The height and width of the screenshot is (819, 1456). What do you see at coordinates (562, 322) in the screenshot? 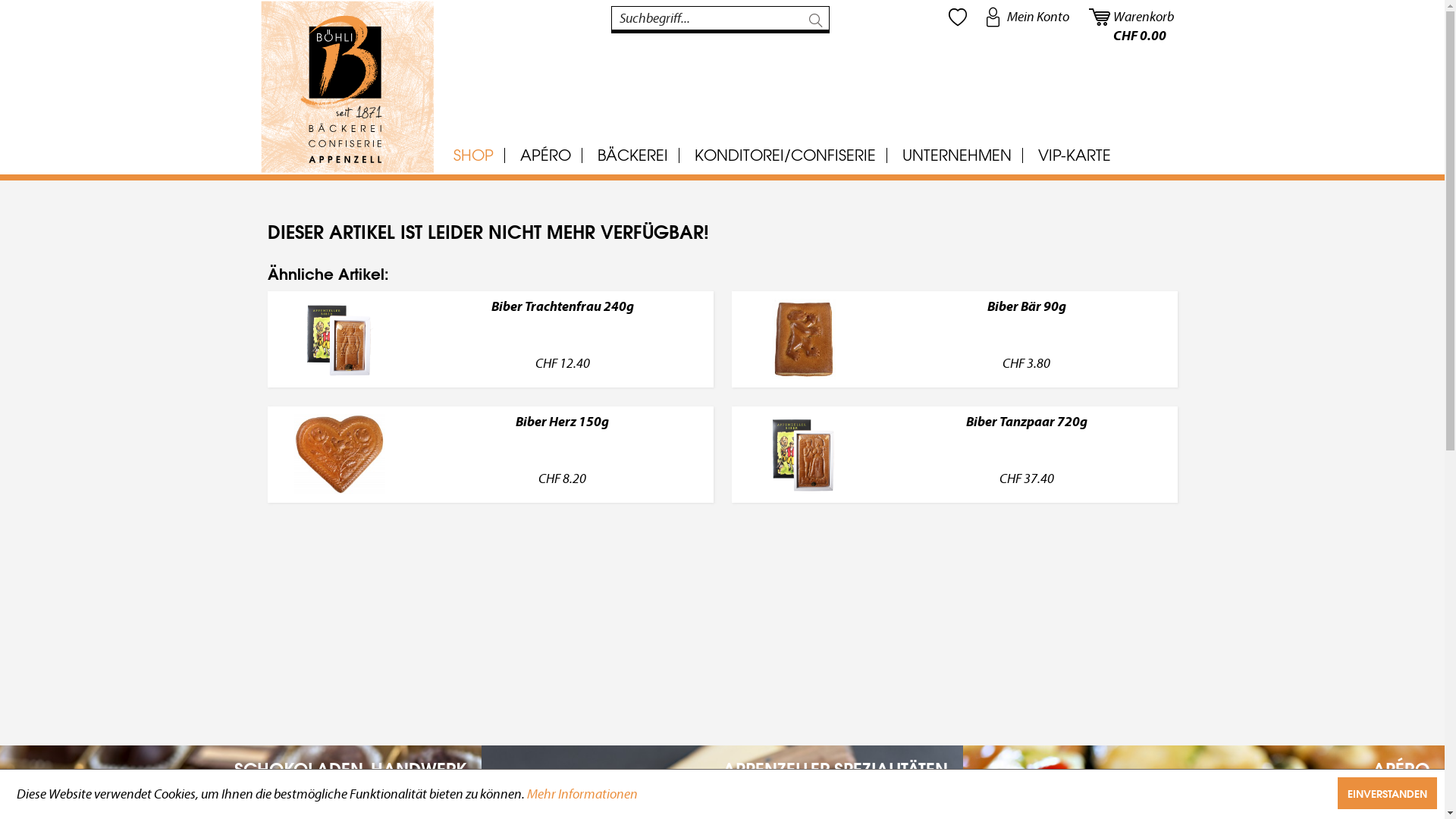
I see `'Biber Trachtenfrau 240g'` at bounding box center [562, 322].